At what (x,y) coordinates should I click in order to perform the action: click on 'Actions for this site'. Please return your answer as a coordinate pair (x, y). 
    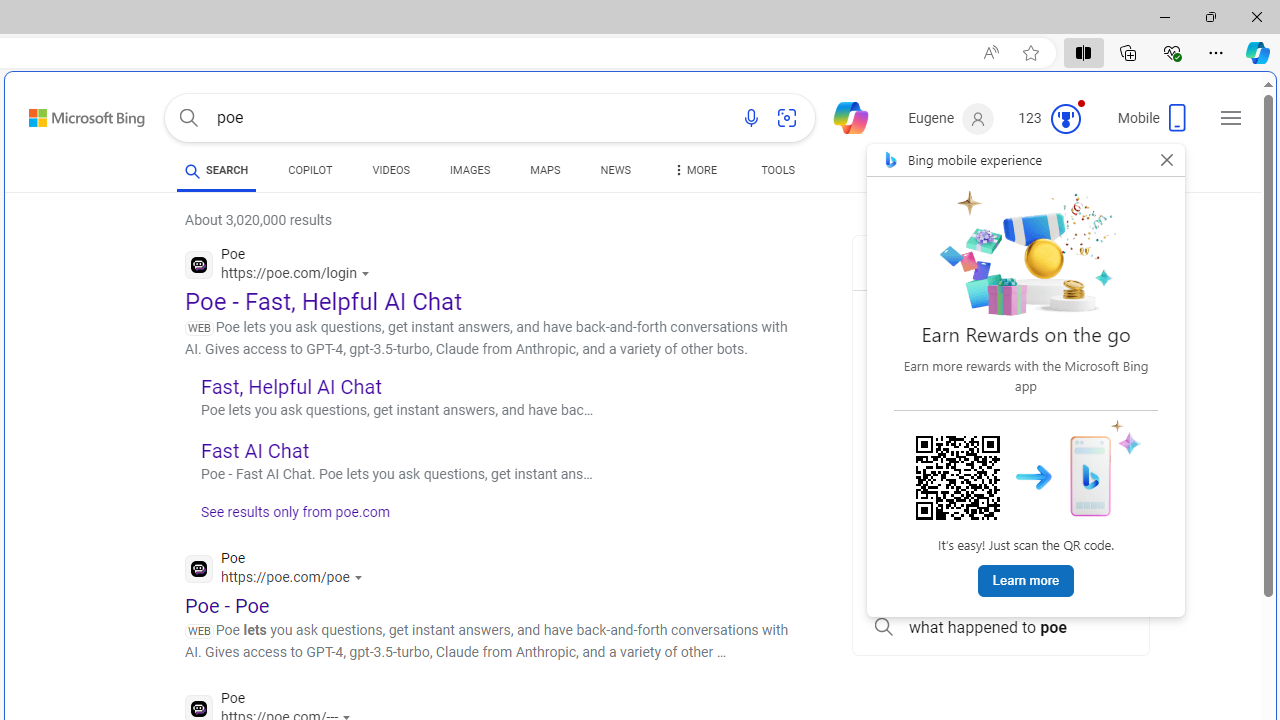
    Looking at the image, I should click on (360, 577).